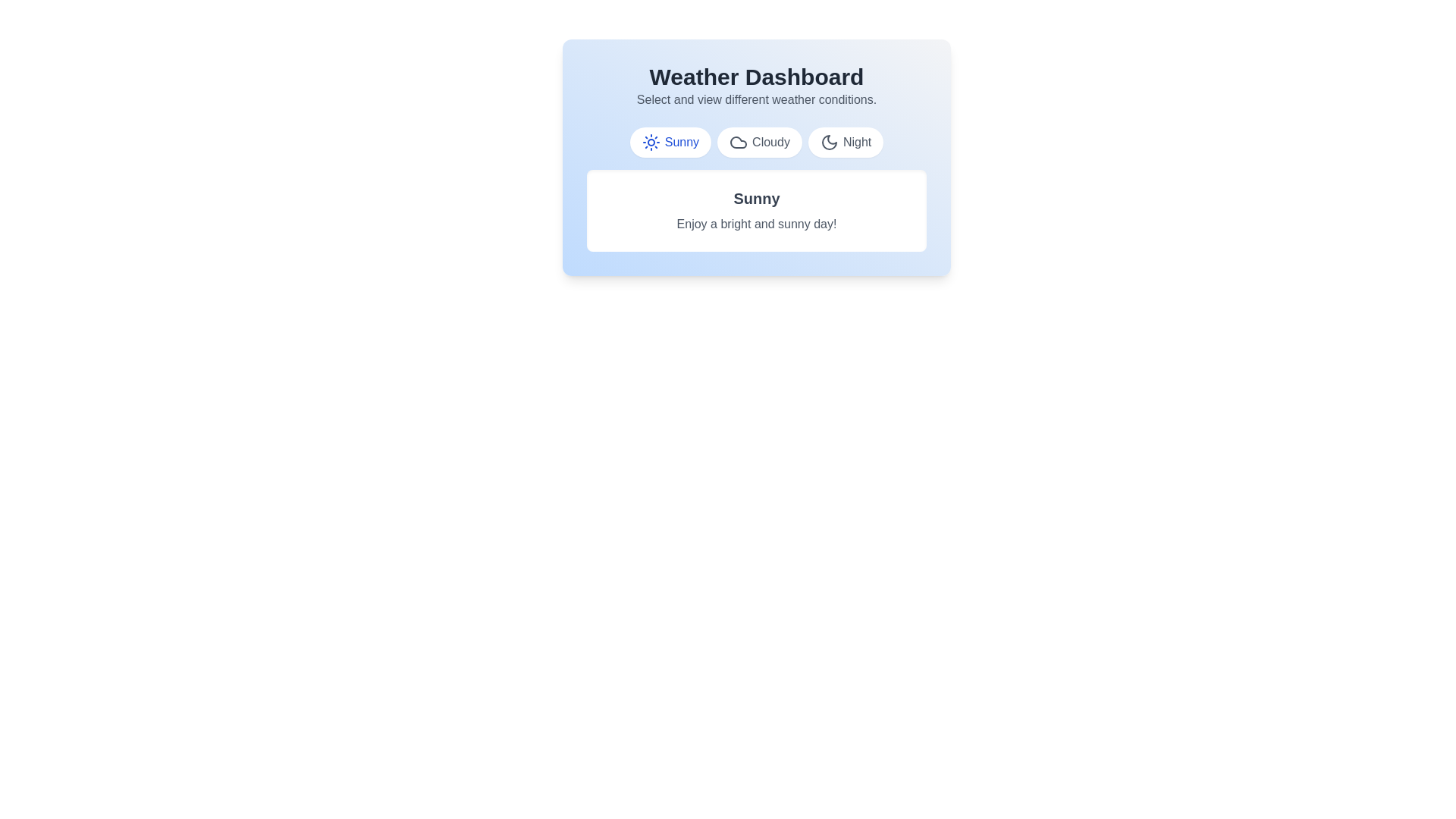  I want to click on the weather tab labeled Night, so click(845, 143).